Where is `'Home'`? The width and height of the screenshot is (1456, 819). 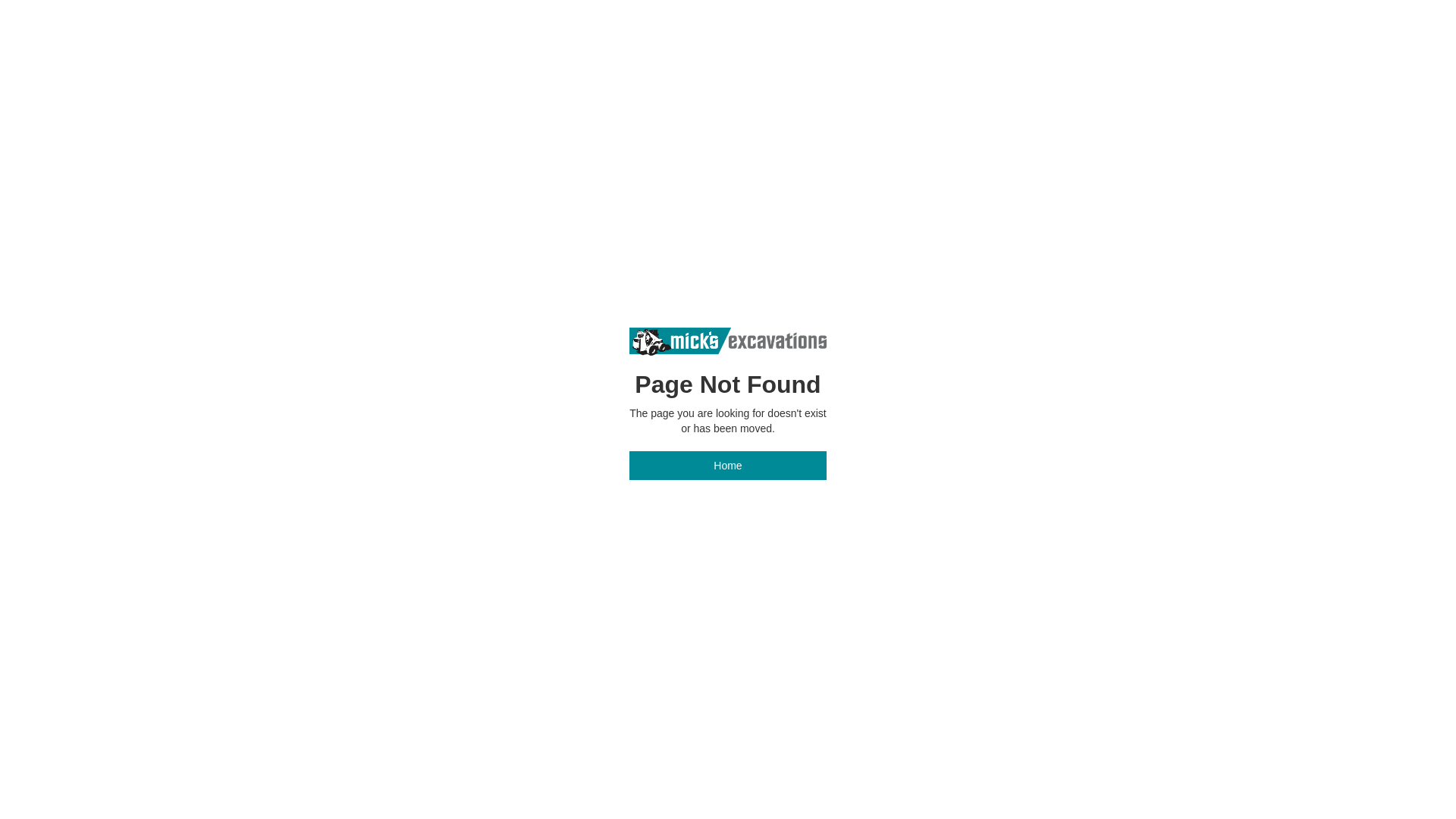
'Home' is located at coordinates (728, 464).